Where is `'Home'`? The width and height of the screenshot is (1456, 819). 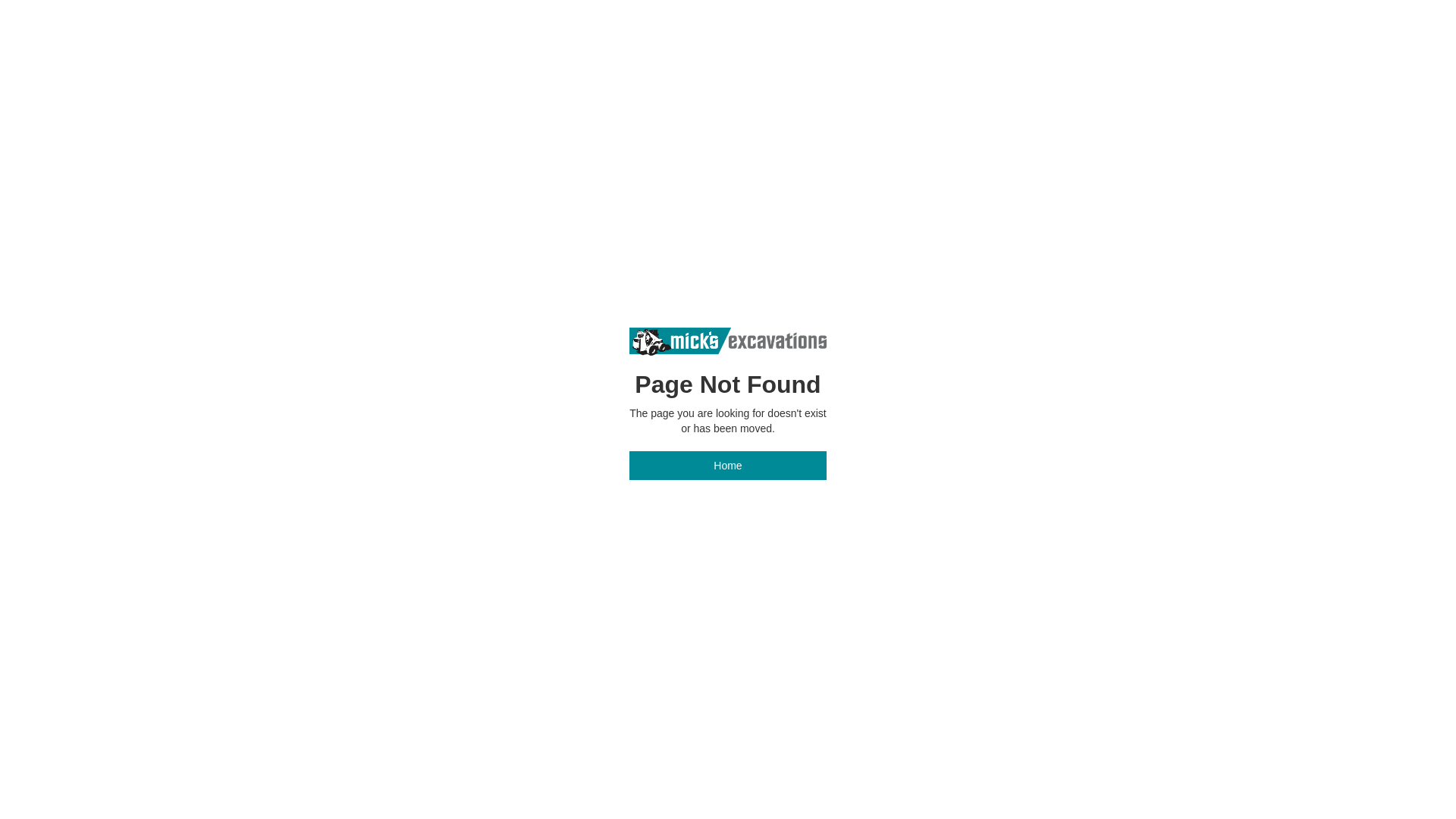
'Home' is located at coordinates (728, 464).